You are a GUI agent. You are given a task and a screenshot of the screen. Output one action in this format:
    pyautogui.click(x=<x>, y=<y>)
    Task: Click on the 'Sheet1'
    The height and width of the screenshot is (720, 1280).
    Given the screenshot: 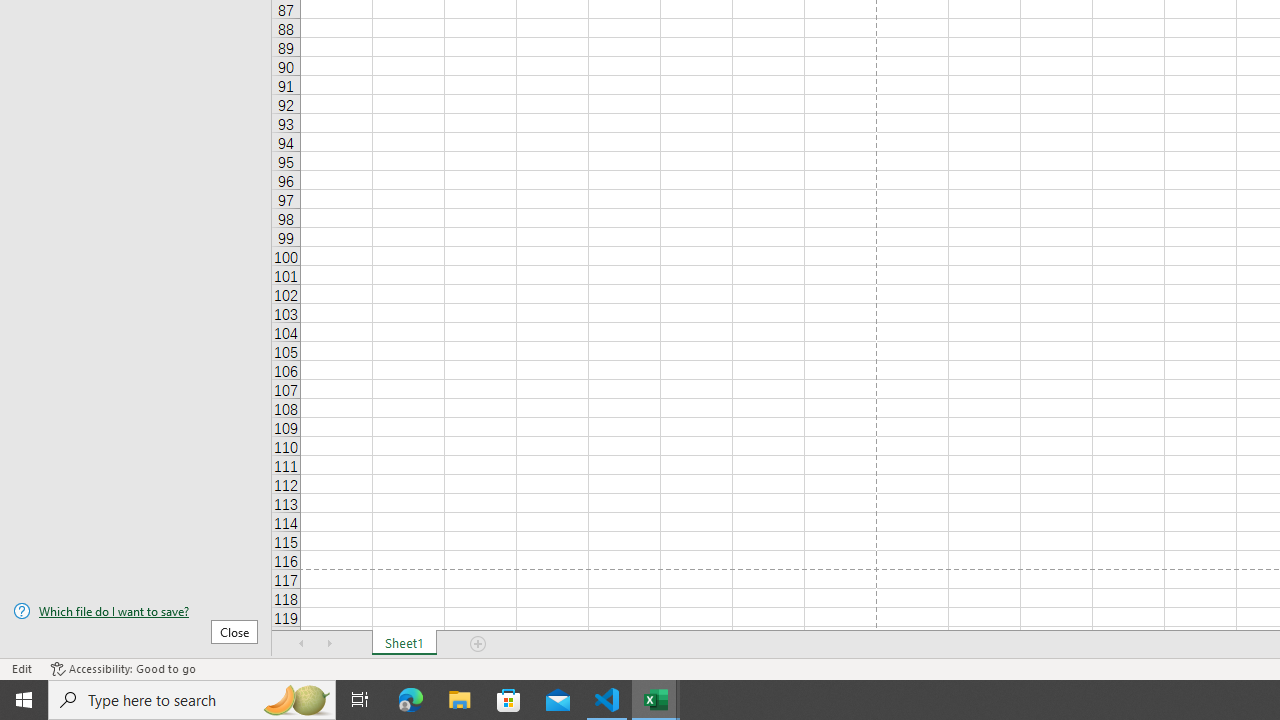 What is the action you would take?
    pyautogui.click(x=403, y=644)
    